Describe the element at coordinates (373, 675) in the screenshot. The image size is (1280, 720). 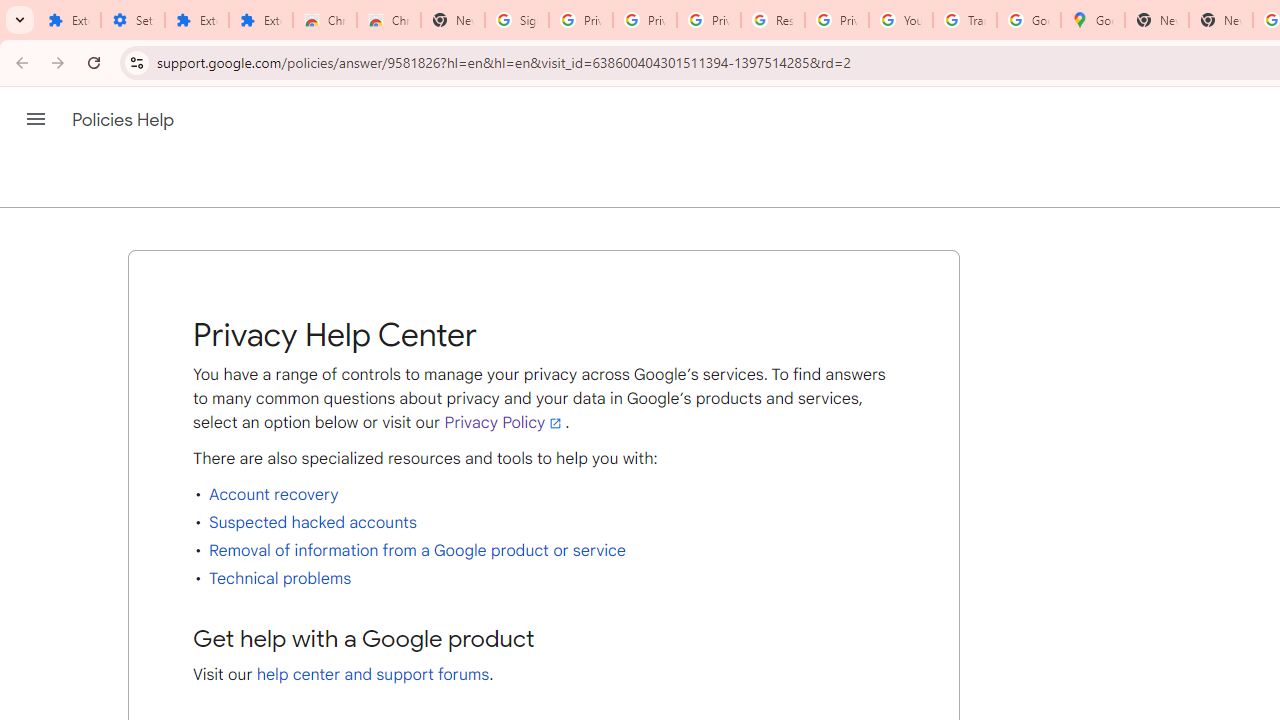
I see `'help center and support forums'` at that location.